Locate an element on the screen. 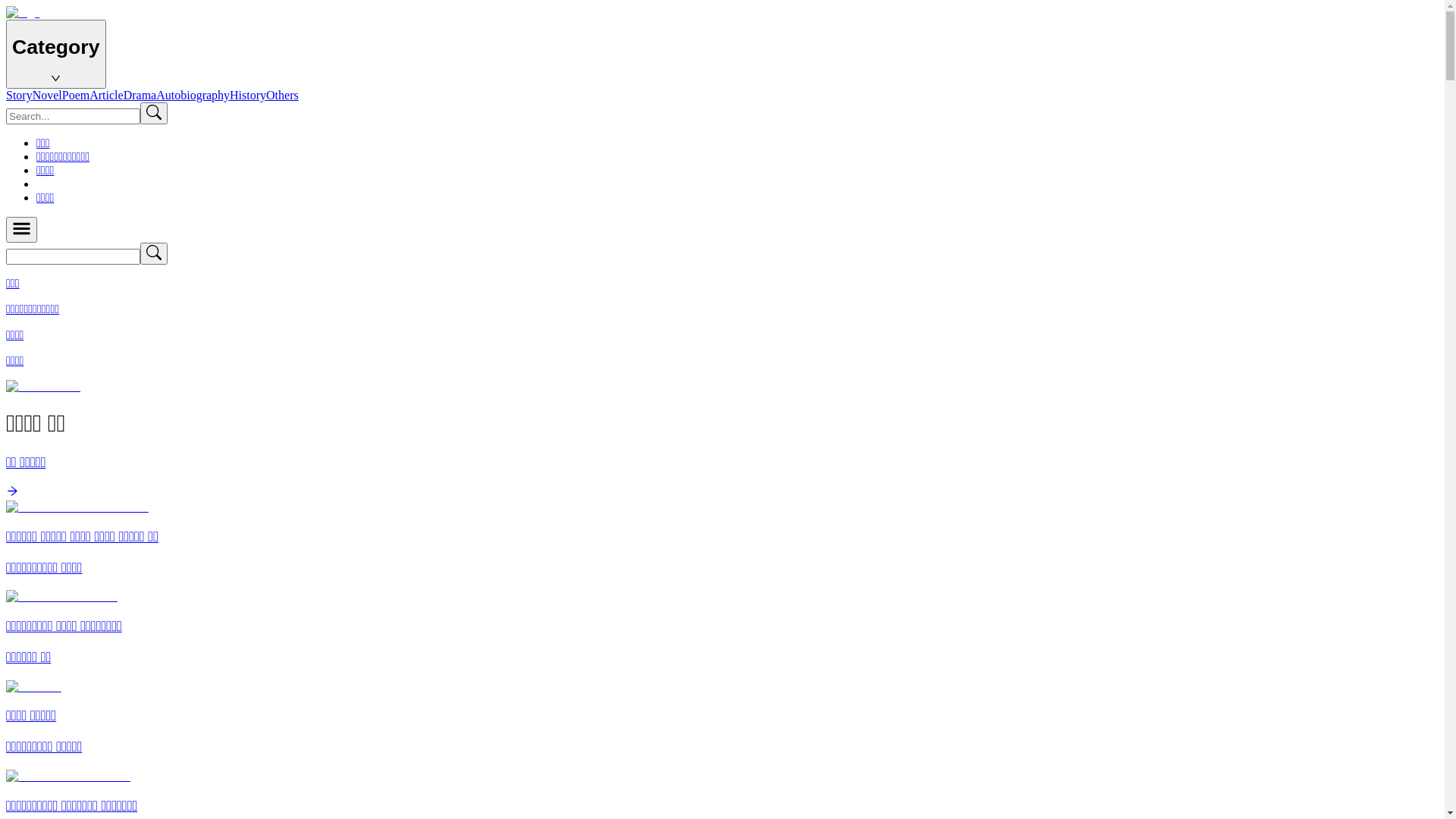  'Article' is located at coordinates (105, 95).